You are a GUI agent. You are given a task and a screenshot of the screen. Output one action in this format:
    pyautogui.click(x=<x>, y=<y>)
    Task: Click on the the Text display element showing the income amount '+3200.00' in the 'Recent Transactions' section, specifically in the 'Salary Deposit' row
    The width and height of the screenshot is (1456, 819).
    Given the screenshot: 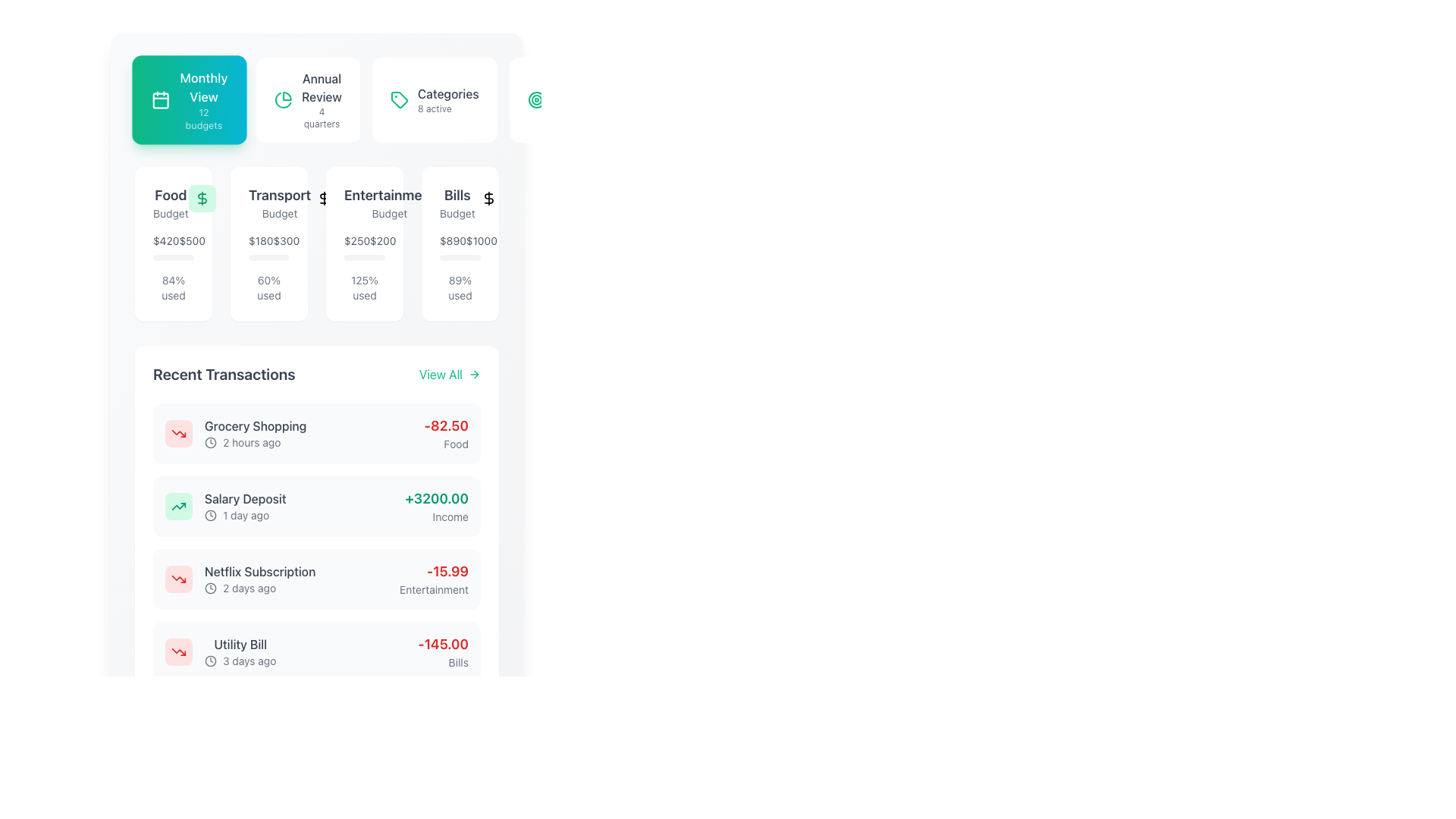 What is the action you would take?
    pyautogui.click(x=436, y=506)
    